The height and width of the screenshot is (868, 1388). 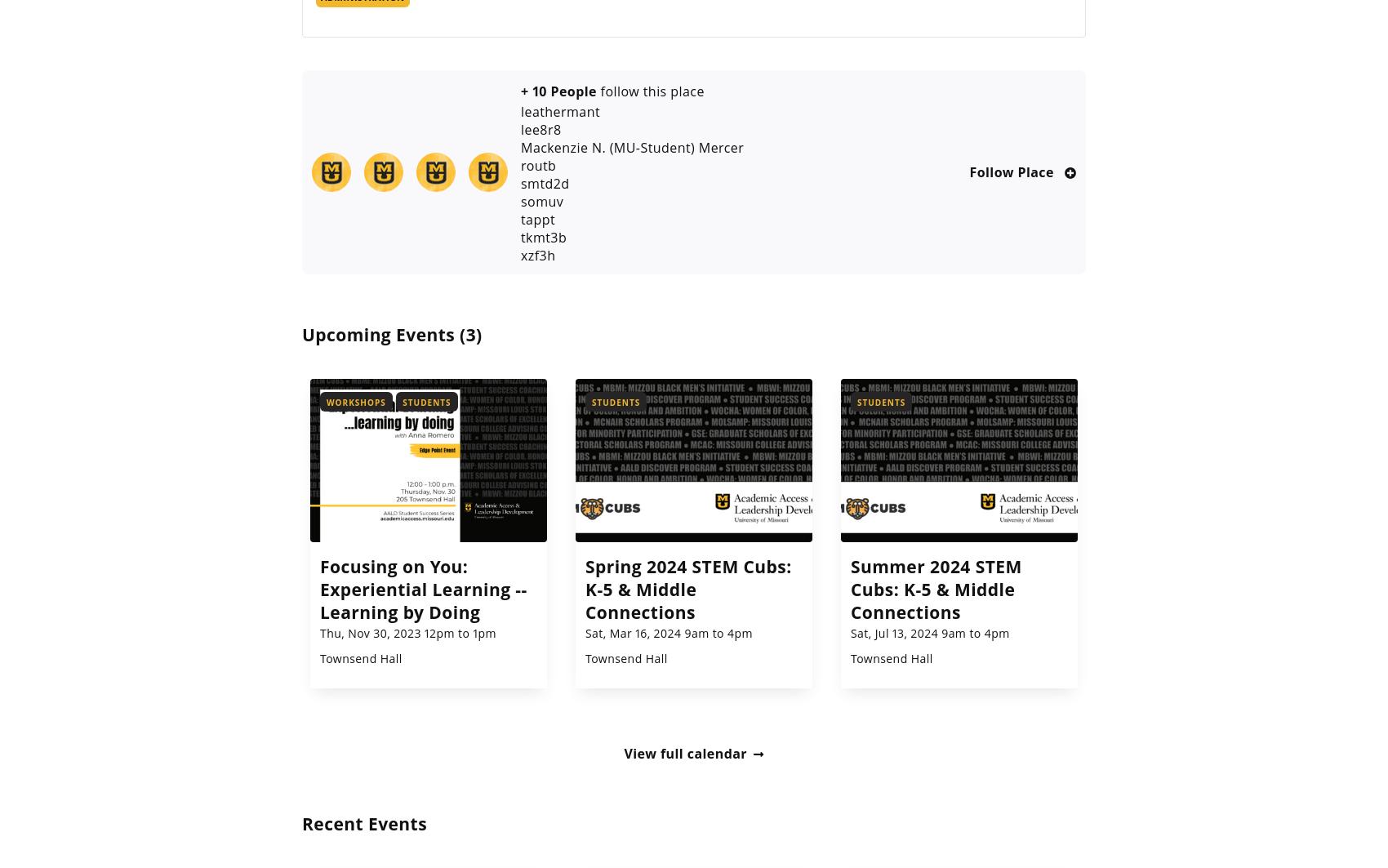 What do you see at coordinates (537, 254) in the screenshot?
I see `'xzf3h'` at bounding box center [537, 254].